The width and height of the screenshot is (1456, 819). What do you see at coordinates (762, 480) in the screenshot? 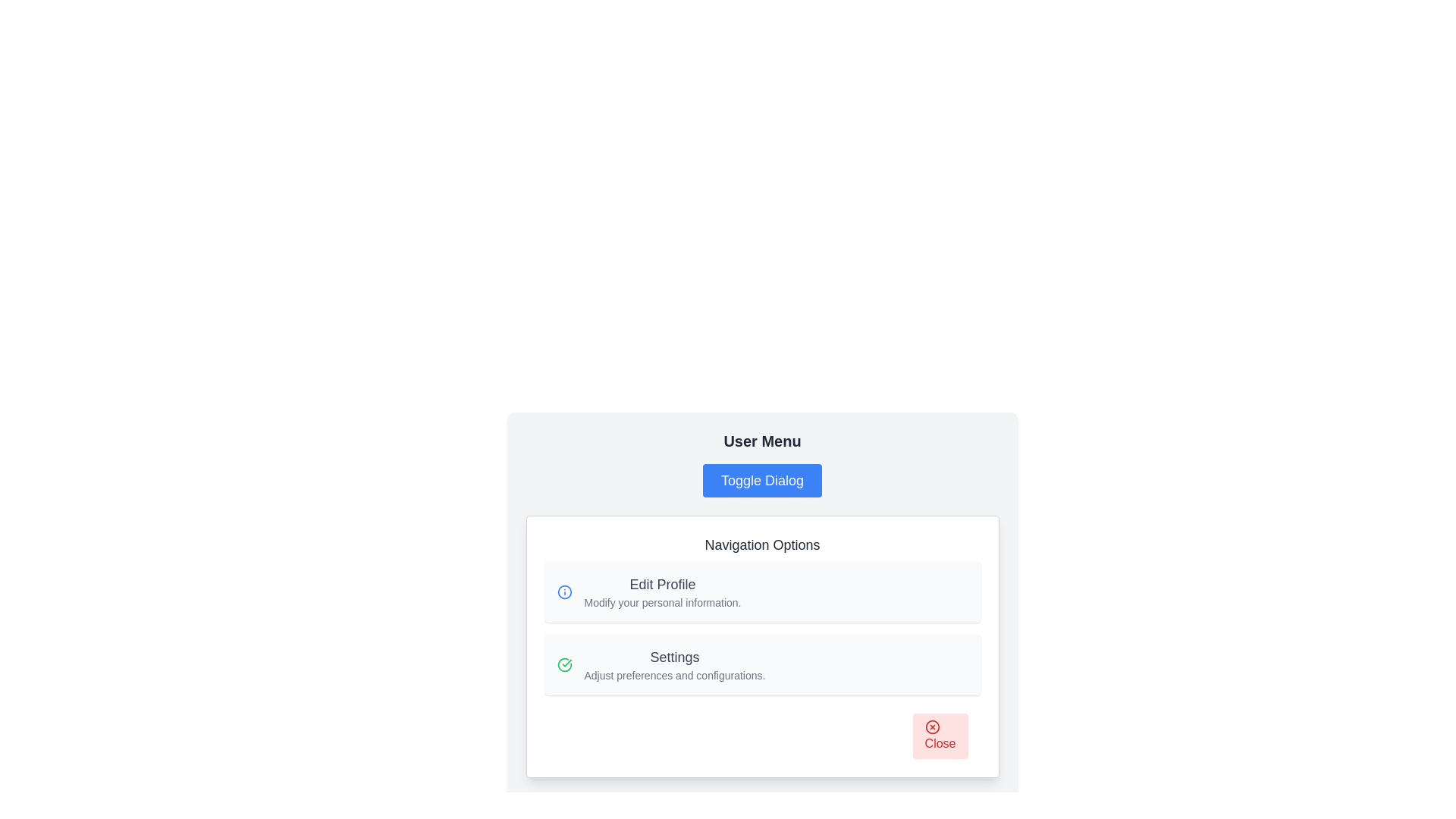
I see `the interactive button located under the 'User Menu' heading` at bounding box center [762, 480].